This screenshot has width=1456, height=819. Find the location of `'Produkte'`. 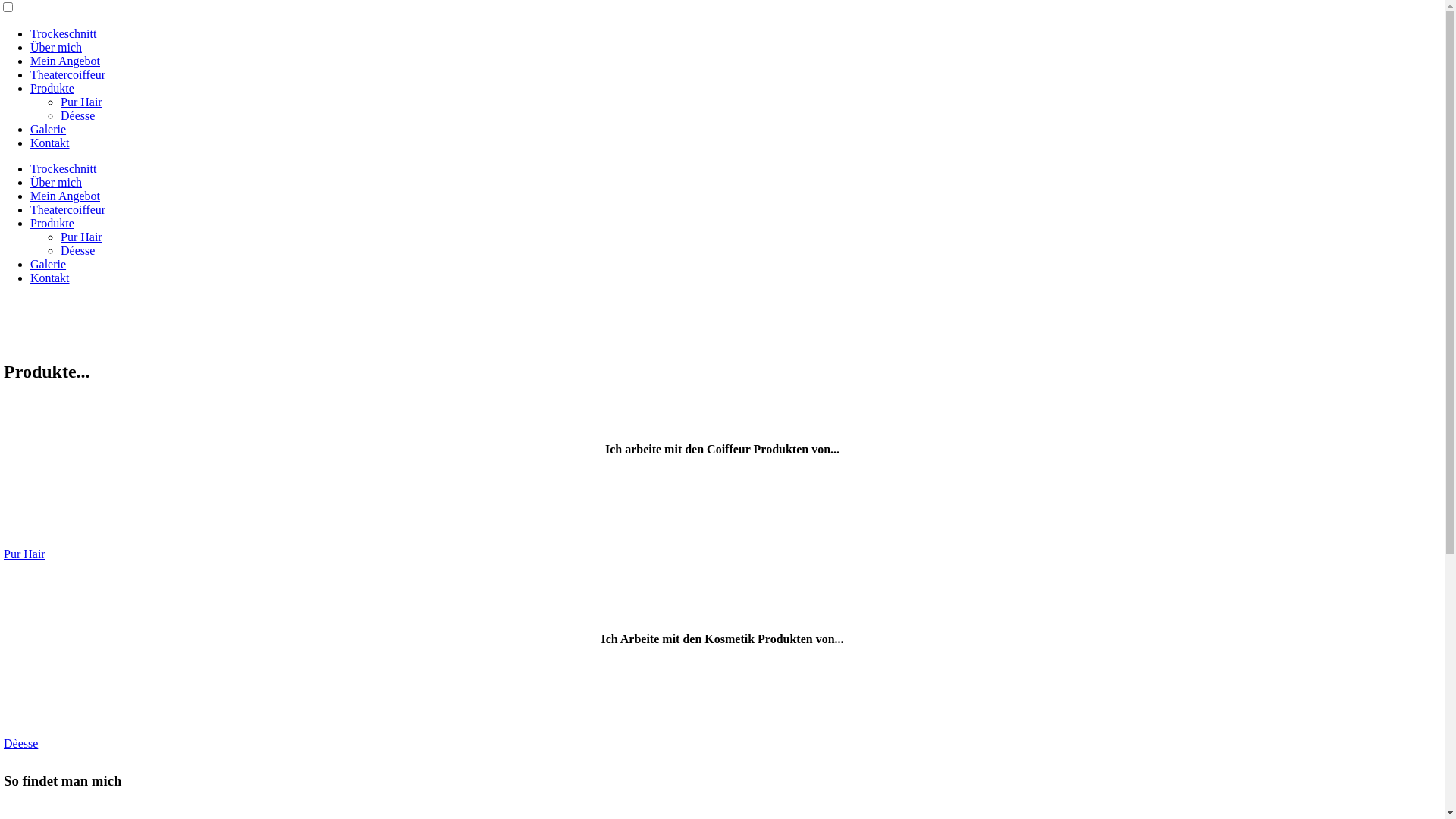

'Produkte' is located at coordinates (52, 88).